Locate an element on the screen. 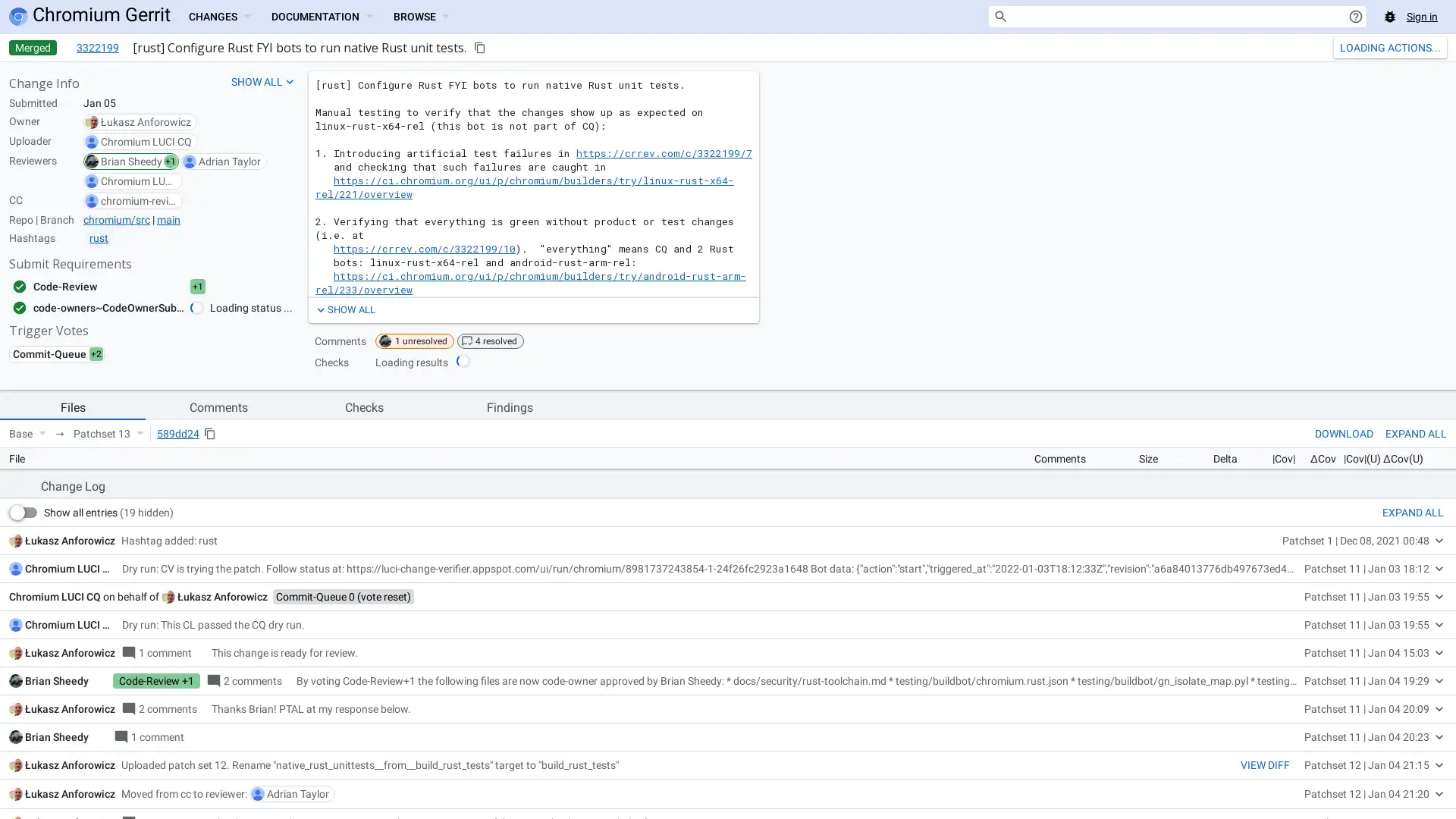 This screenshot has width=1456, height=819. CREATE RELAND is located at coordinates (1376, 46).